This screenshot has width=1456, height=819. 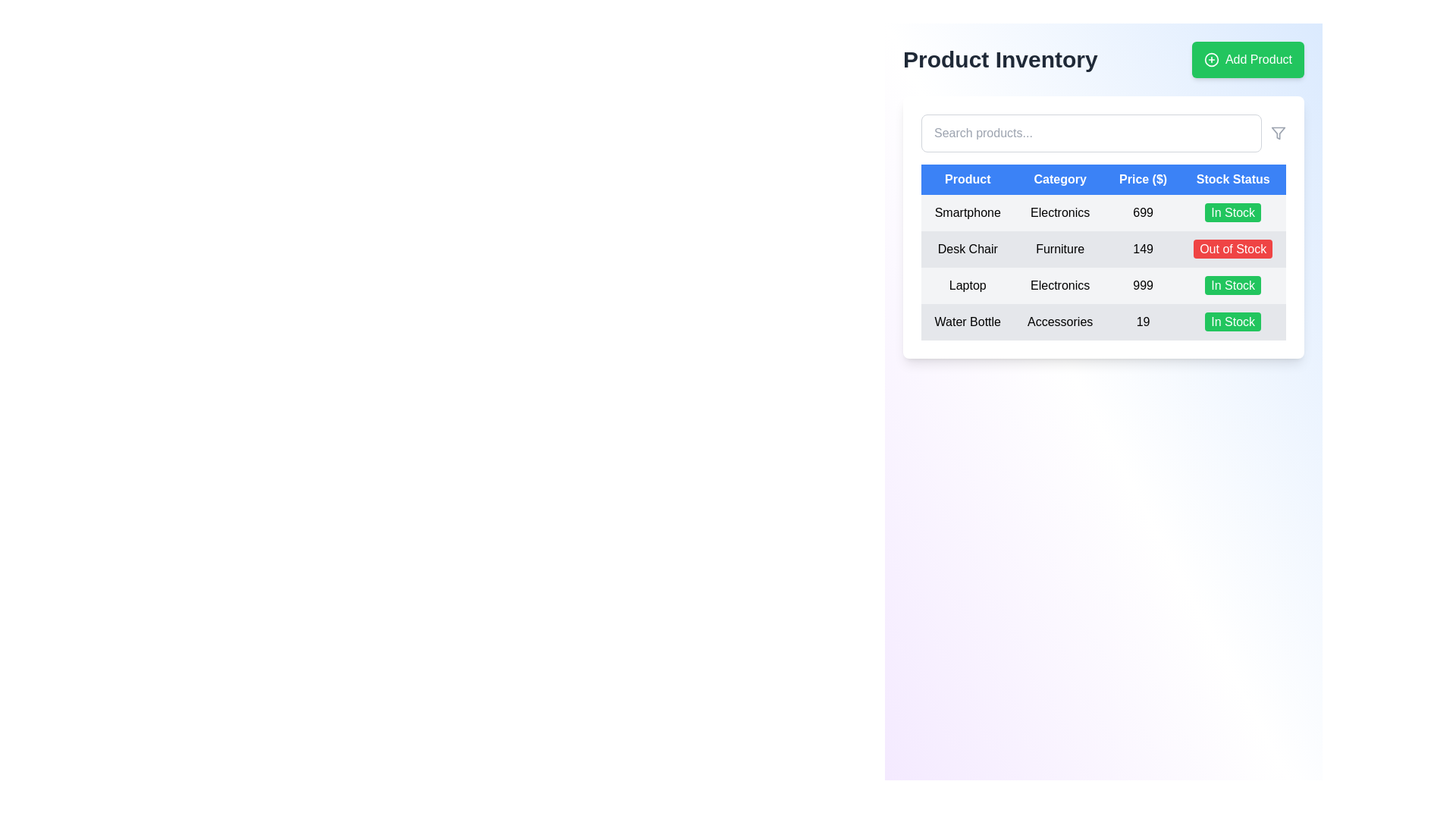 I want to click on text from the 'Price ($)' header cell in the product inventory table, which is the third header cell in the row, so click(x=1143, y=178).